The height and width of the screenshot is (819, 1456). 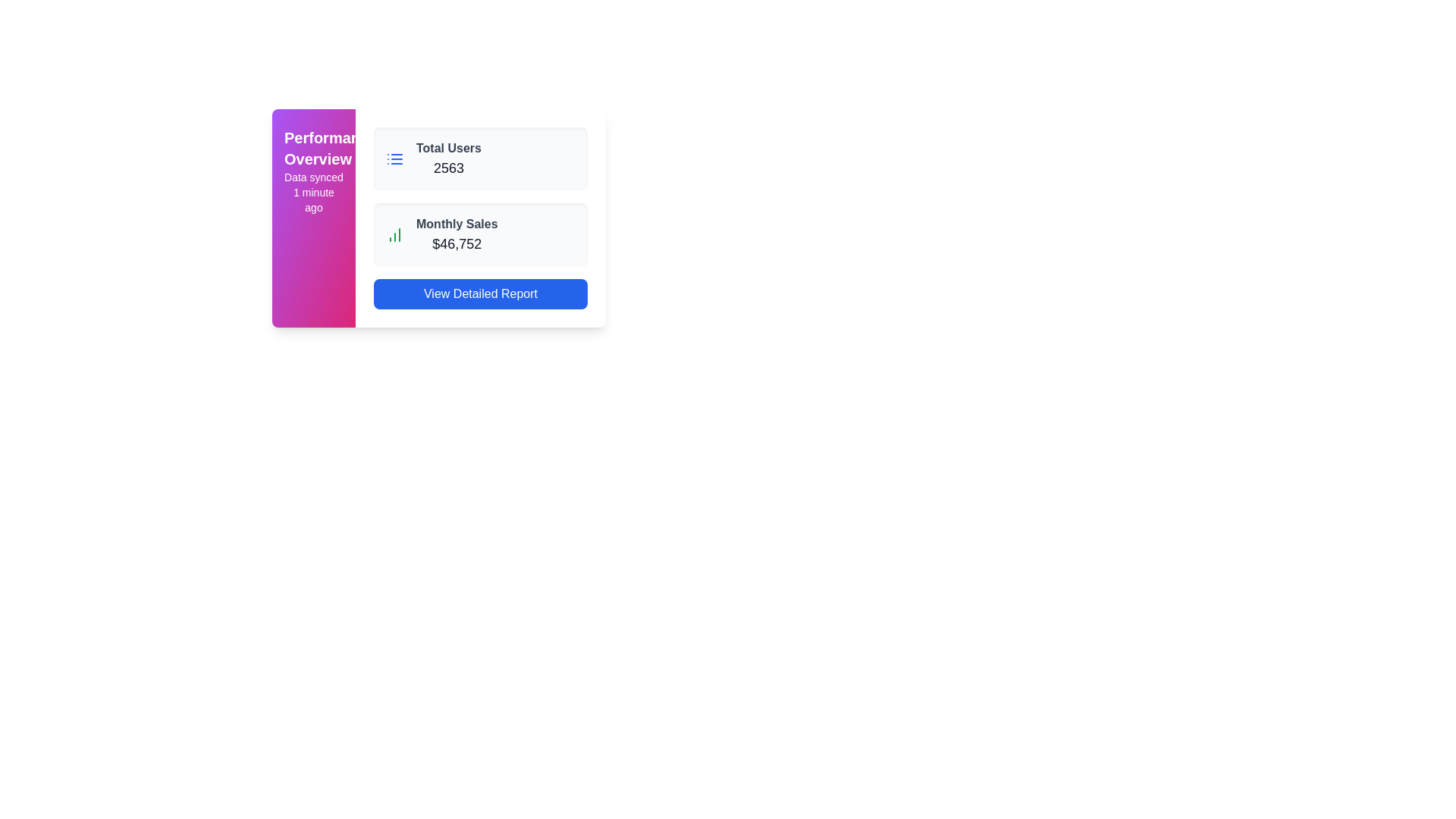 I want to click on displayed information from the first Information Card located at the top of the vertical stack, right of the 'Performance Overview' pink sidebar, so click(x=479, y=158).